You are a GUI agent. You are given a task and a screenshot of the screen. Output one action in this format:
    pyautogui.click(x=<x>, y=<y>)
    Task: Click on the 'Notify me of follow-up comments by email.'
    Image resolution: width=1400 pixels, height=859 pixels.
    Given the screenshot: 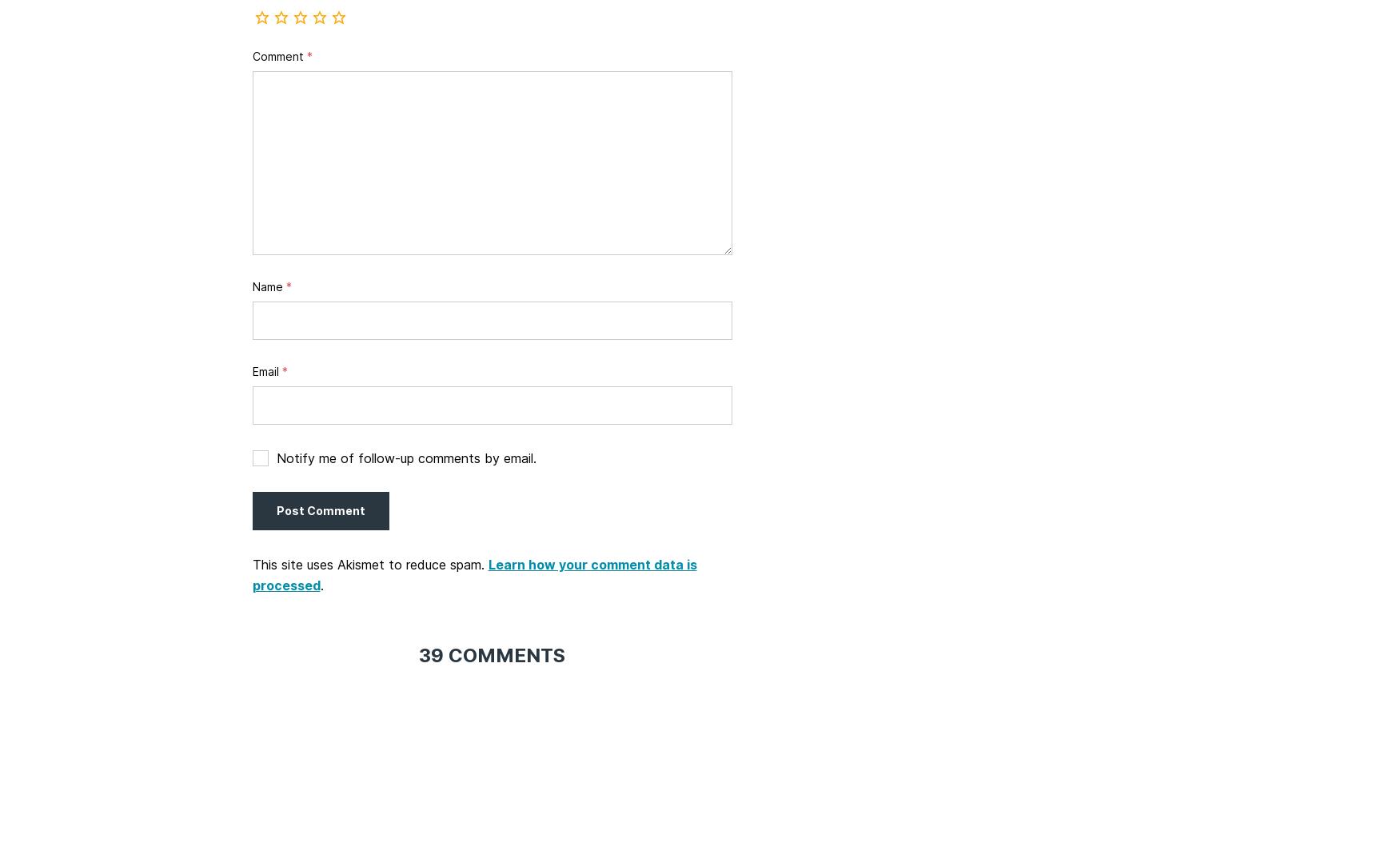 What is the action you would take?
    pyautogui.click(x=274, y=457)
    